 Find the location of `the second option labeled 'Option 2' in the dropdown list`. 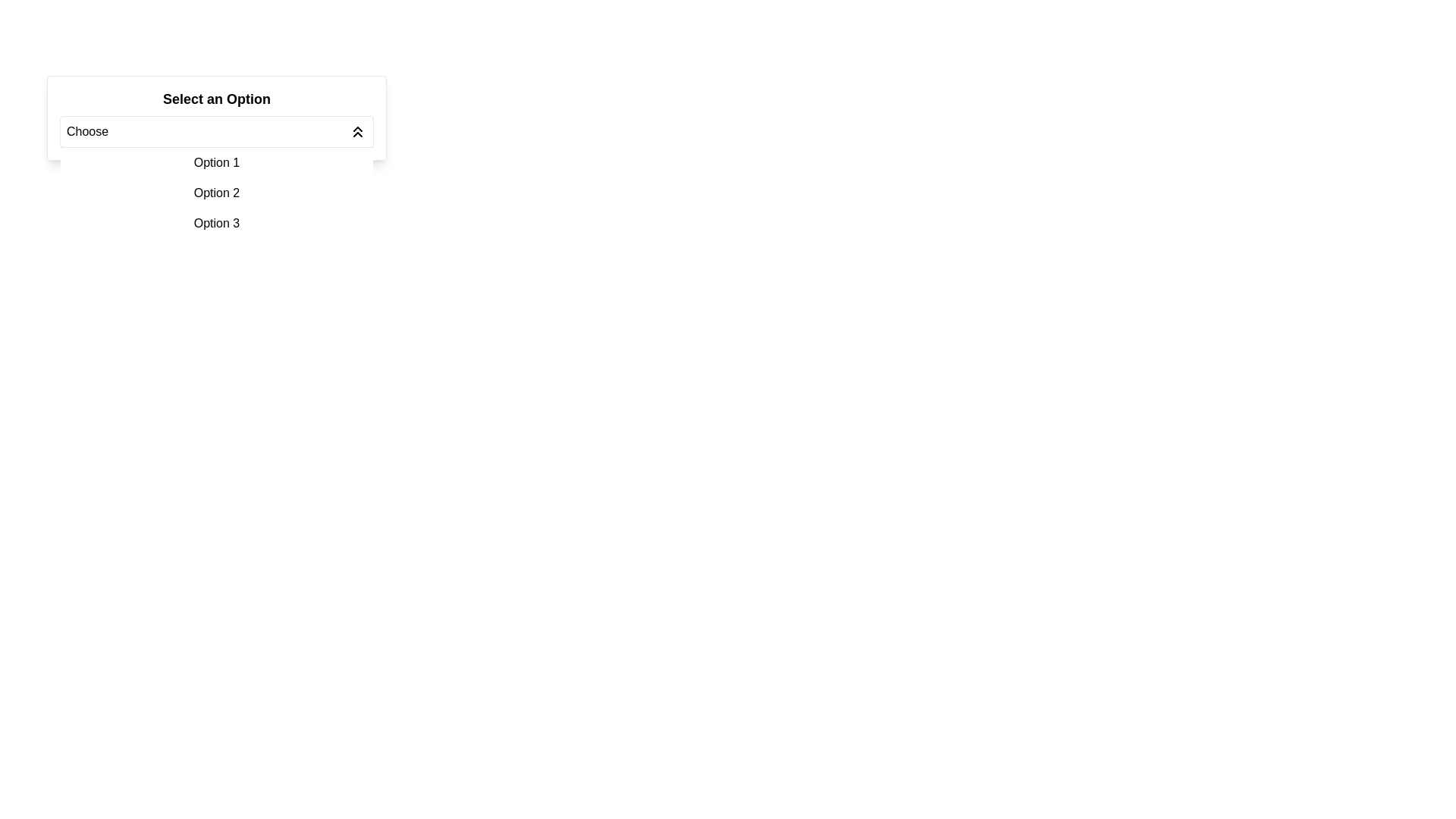

the second option labeled 'Option 2' in the dropdown list is located at coordinates (216, 192).